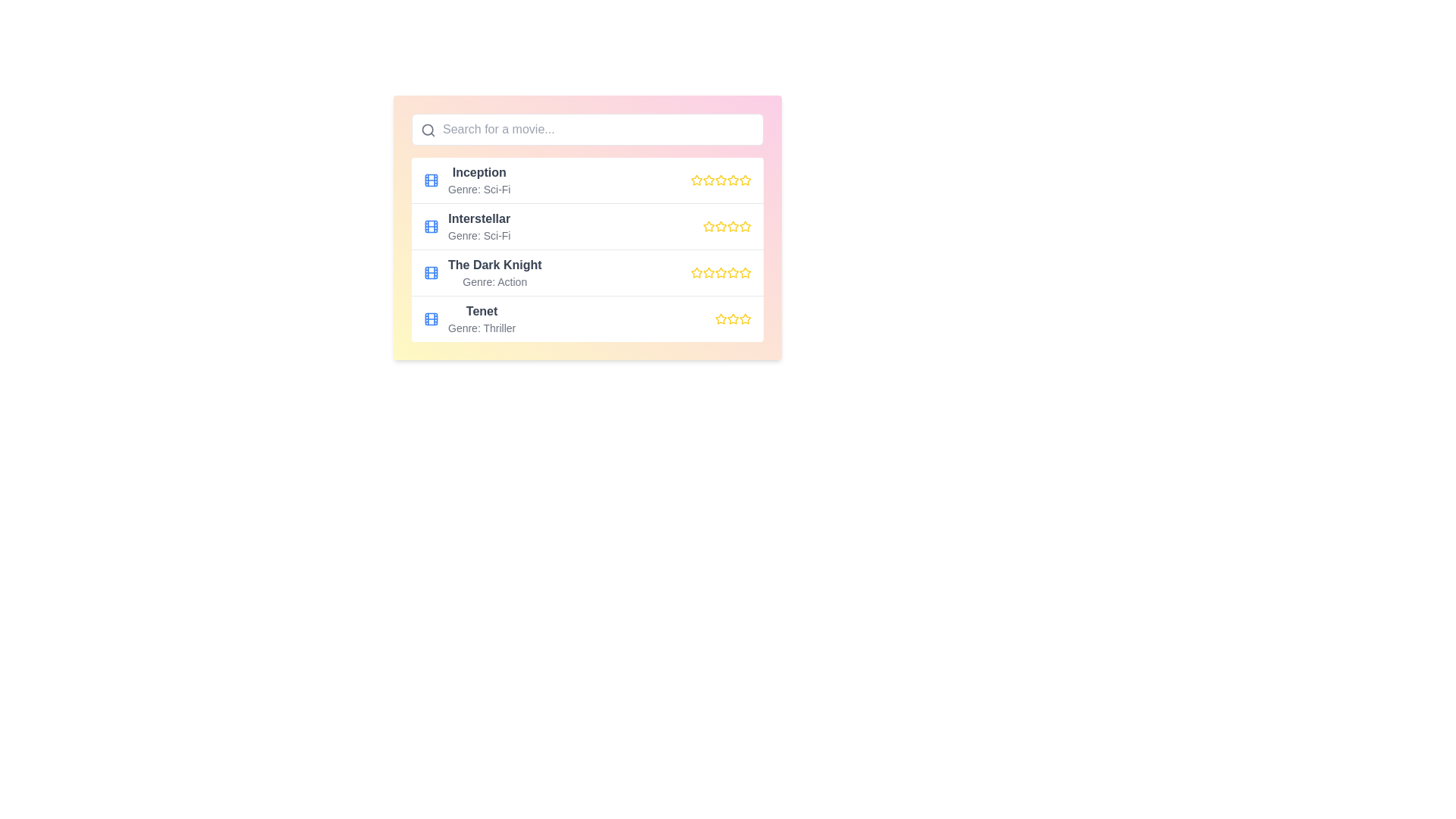 Image resolution: width=1456 pixels, height=819 pixels. What do you see at coordinates (494, 265) in the screenshot?
I see `title of the movie entry displayed in the text label, which is positioned in the third row of the movie selection interface` at bounding box center [494, 265].